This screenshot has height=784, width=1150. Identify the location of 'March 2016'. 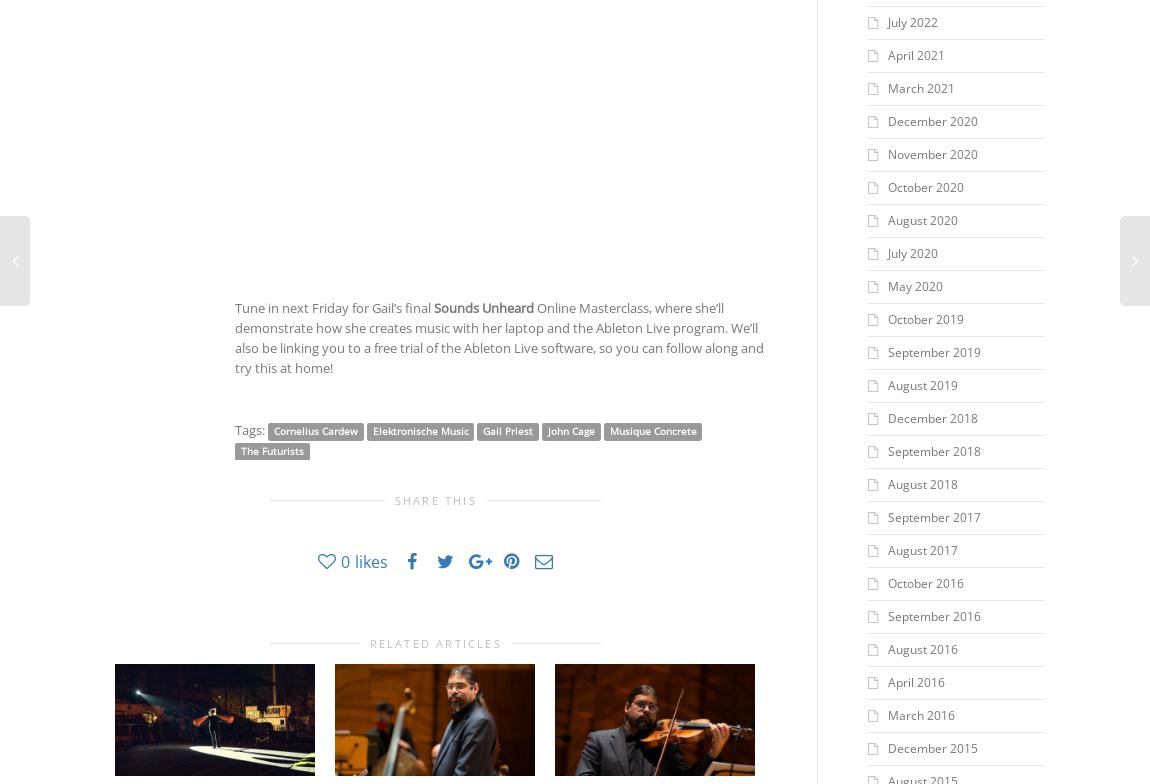
(920, 715).